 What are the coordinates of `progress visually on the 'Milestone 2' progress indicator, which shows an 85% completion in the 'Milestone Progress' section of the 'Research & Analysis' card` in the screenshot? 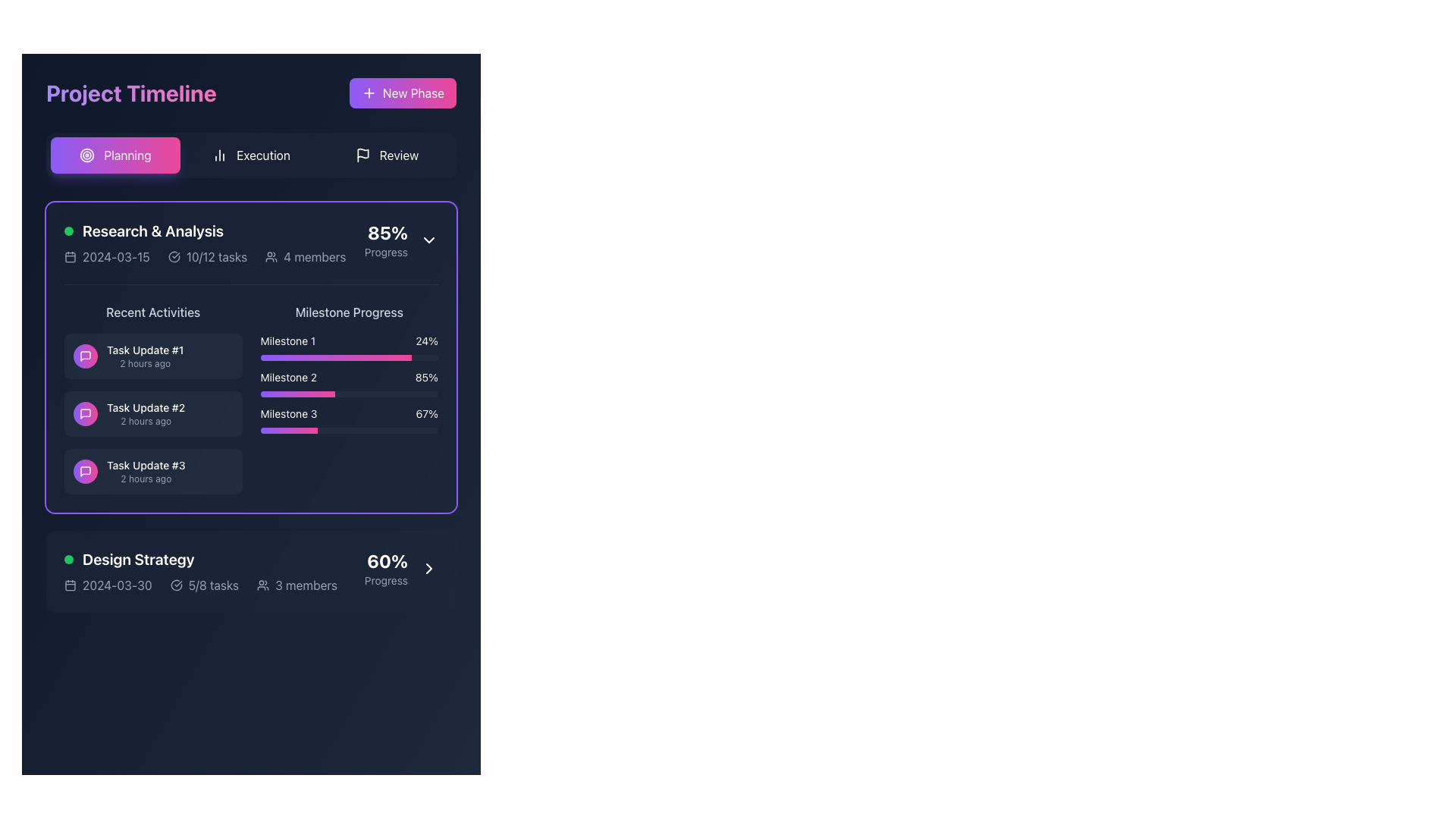 It's located at (348, 382).